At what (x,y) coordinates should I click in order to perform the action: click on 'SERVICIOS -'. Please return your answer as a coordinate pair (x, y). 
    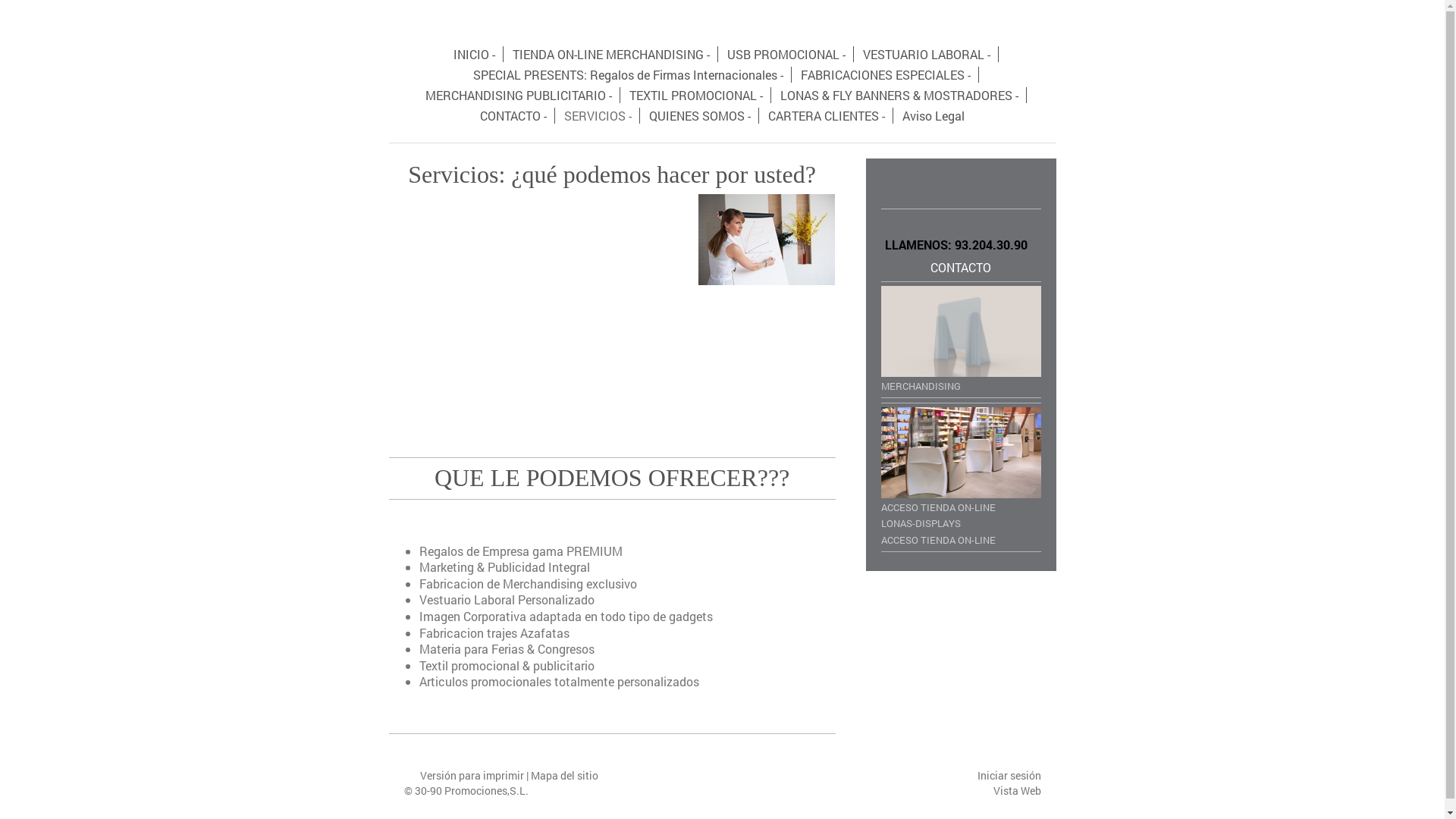
    Looking at the image, I should click on (597, 115).